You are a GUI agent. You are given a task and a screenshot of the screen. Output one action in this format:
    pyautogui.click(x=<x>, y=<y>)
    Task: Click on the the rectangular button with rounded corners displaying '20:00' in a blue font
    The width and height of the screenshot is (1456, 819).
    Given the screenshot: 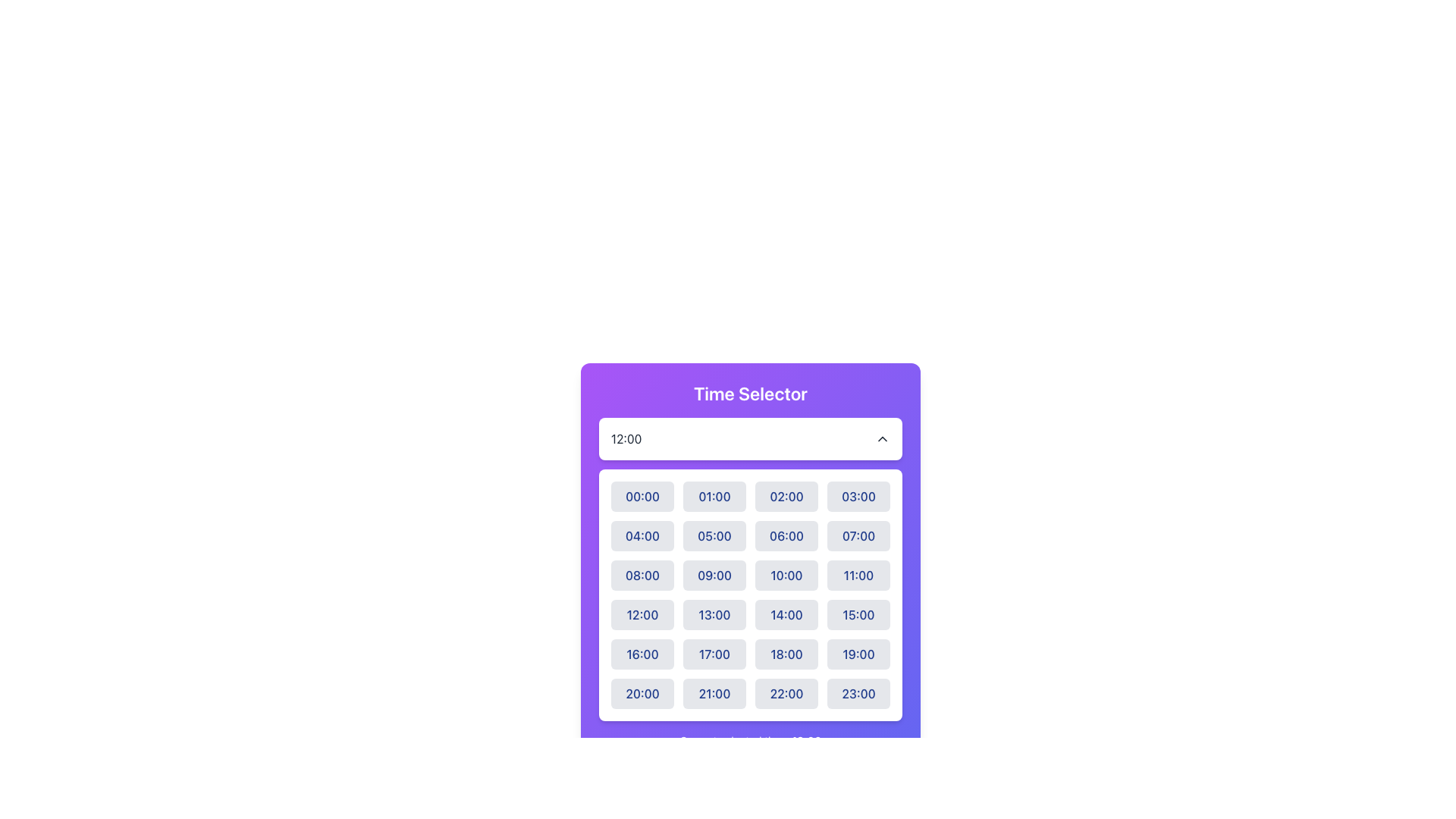 What is the action you would take?
    pyautogui.click(x=642, y=693)
    